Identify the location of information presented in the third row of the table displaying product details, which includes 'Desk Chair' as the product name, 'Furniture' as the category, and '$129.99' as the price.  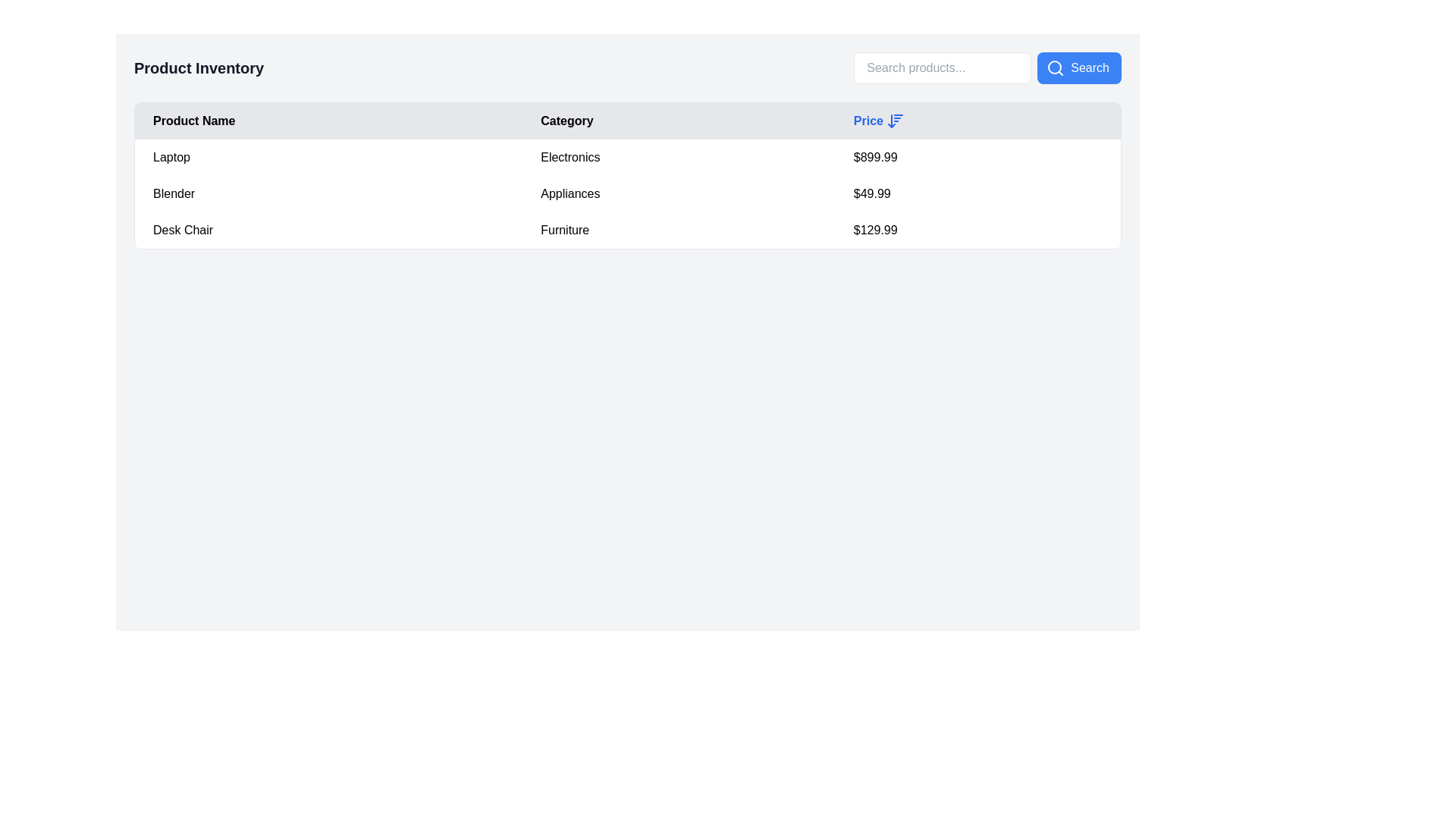
(628, 231).